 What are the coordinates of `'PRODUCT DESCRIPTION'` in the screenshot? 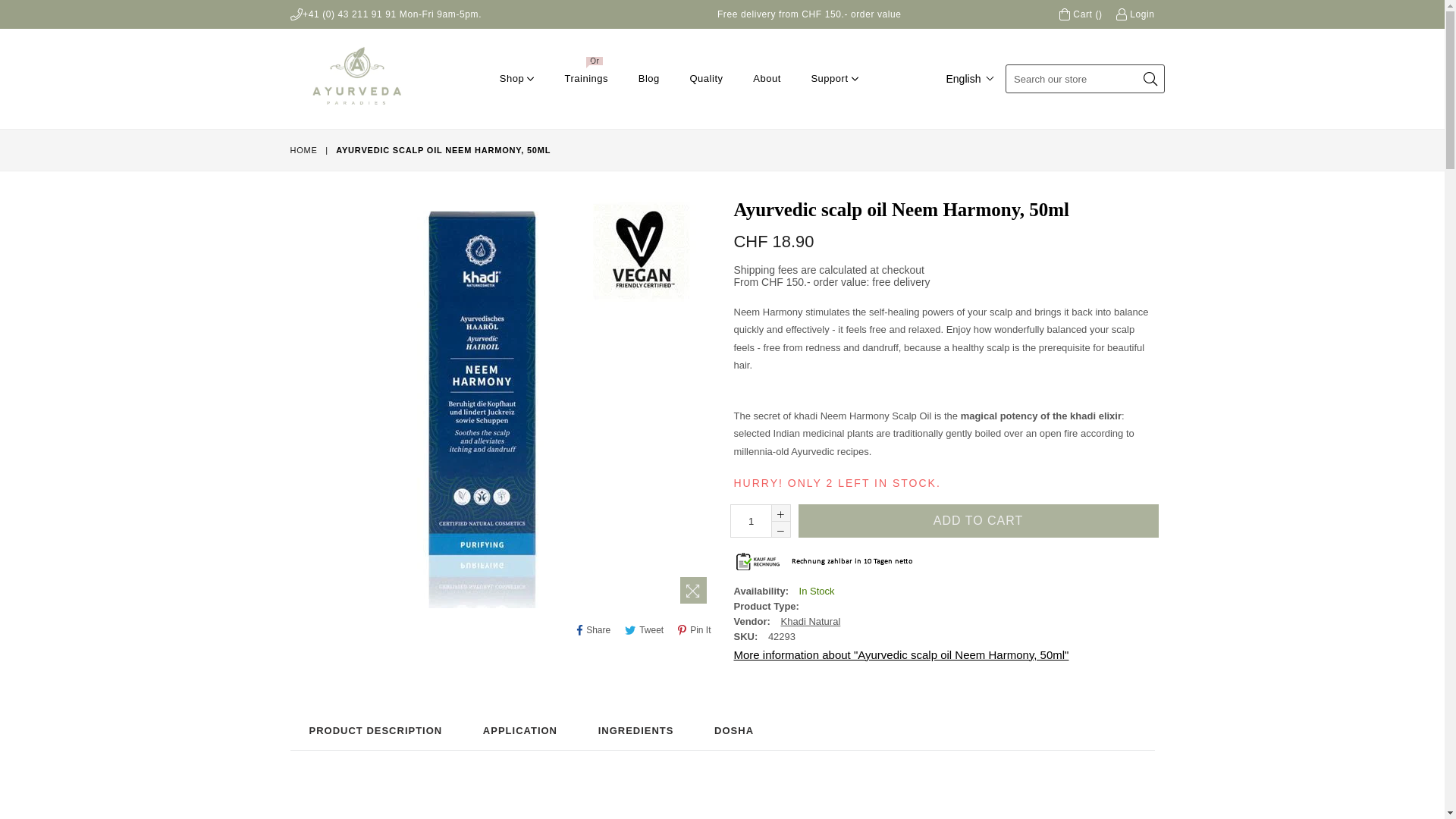 It's located at (290, 730).